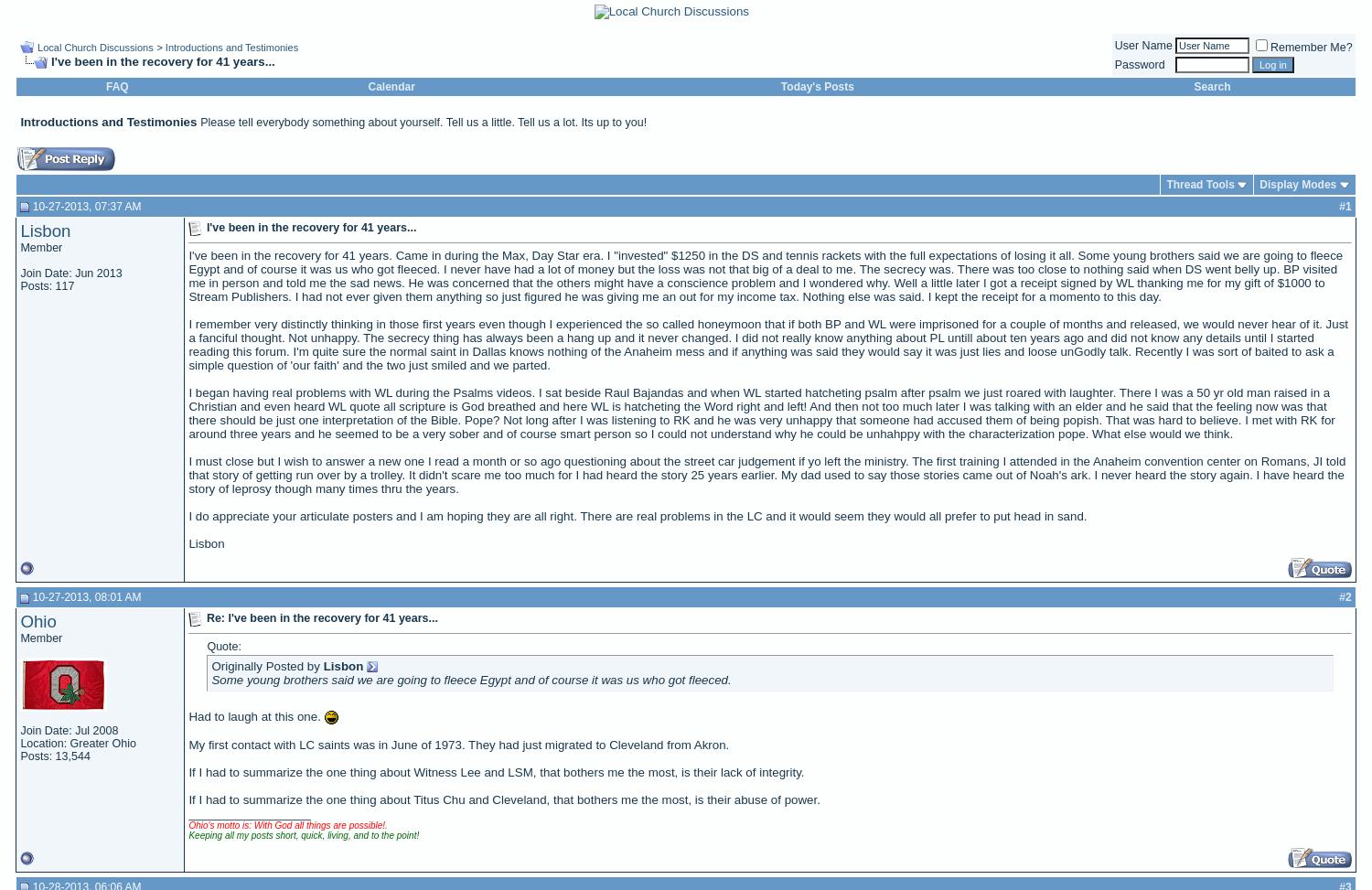  I want to click on 'Join Date: Jun 2013', so click(70, 273).